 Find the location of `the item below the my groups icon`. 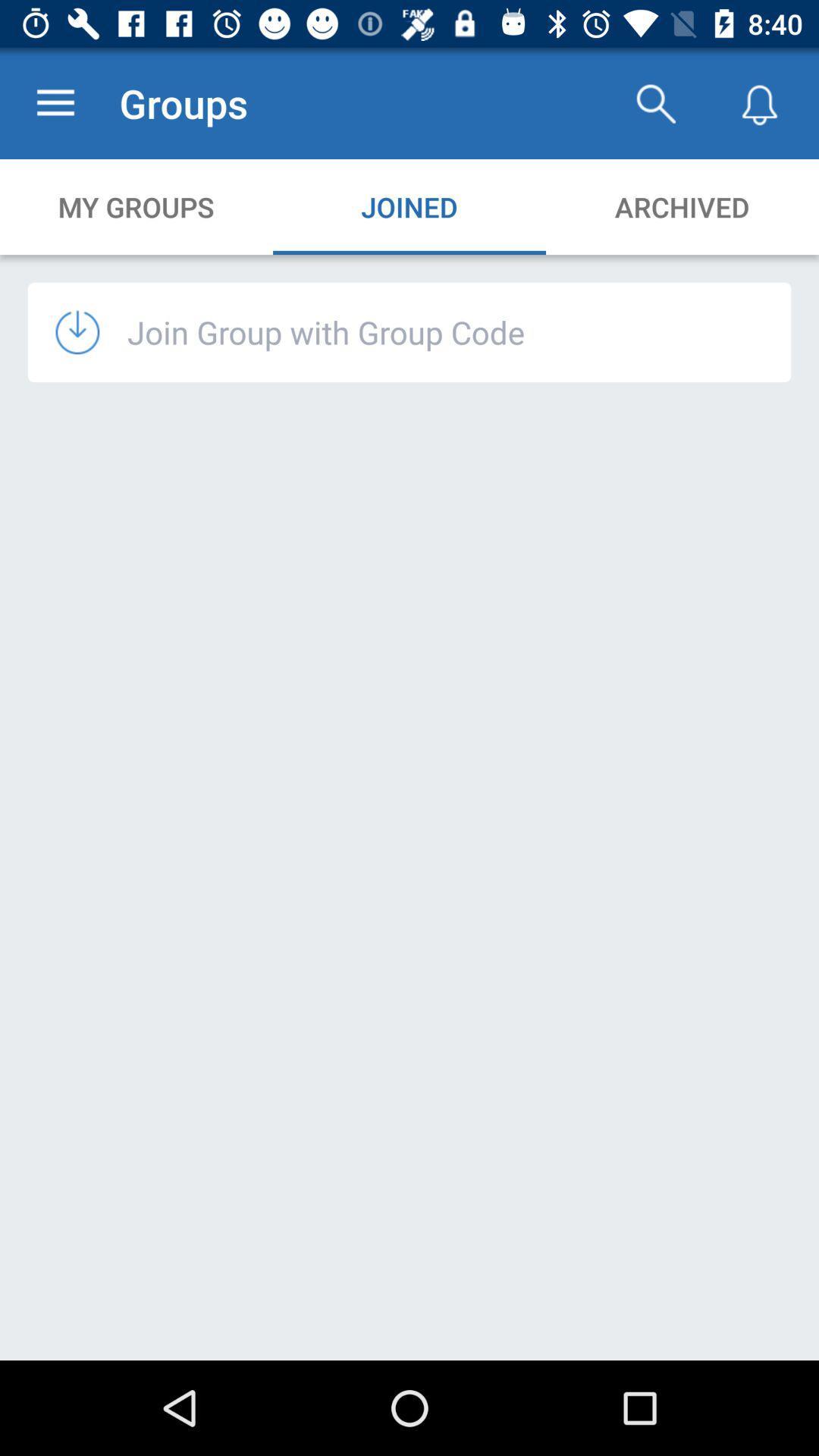

the item below the my groups icon is located at coordinates (325, 331).